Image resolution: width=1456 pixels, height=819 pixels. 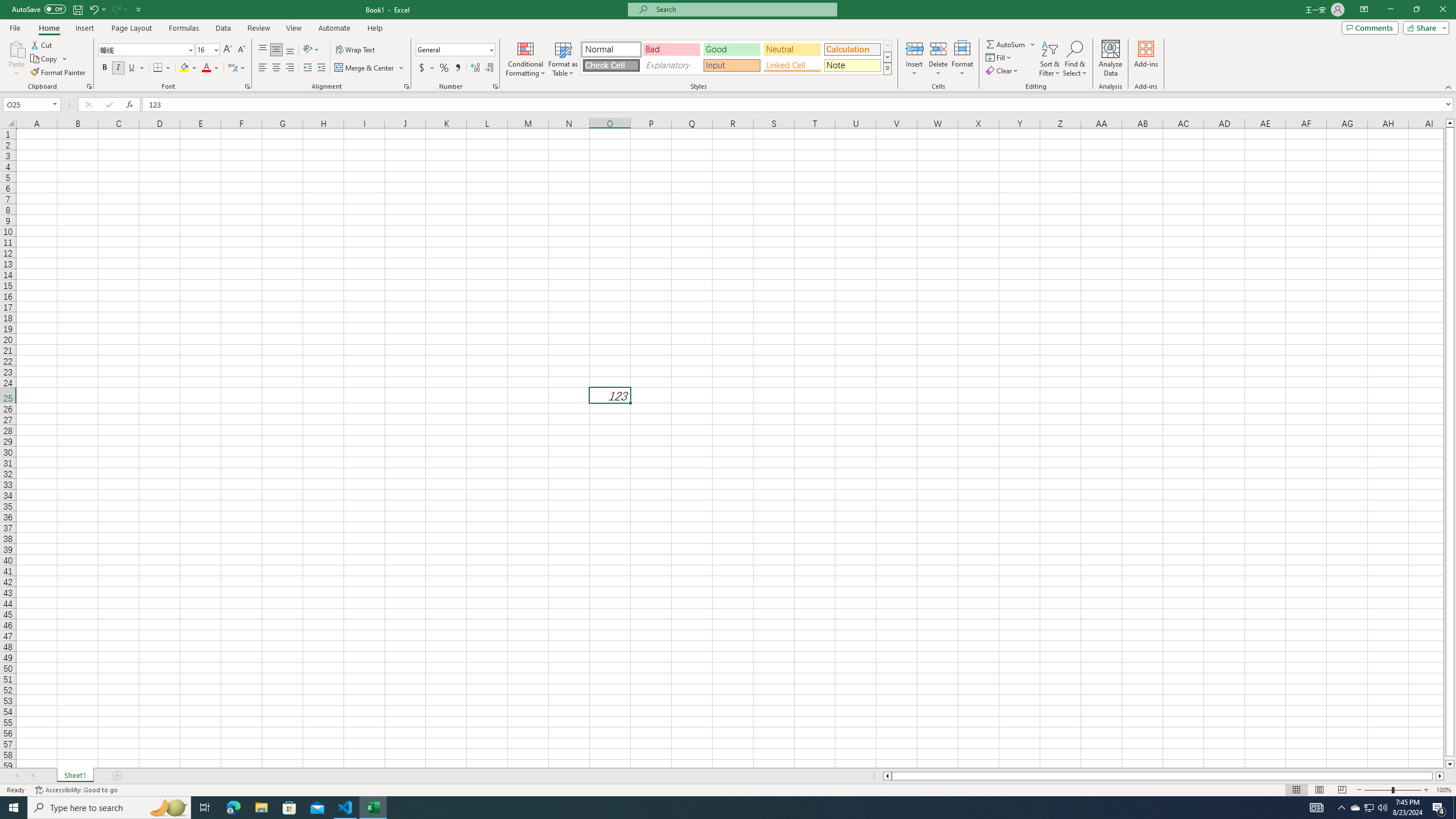 What do you see at coordinates (672, 65) in the screenshot?
I see `'Explanatory Text'` at bounding box center [672, 65].